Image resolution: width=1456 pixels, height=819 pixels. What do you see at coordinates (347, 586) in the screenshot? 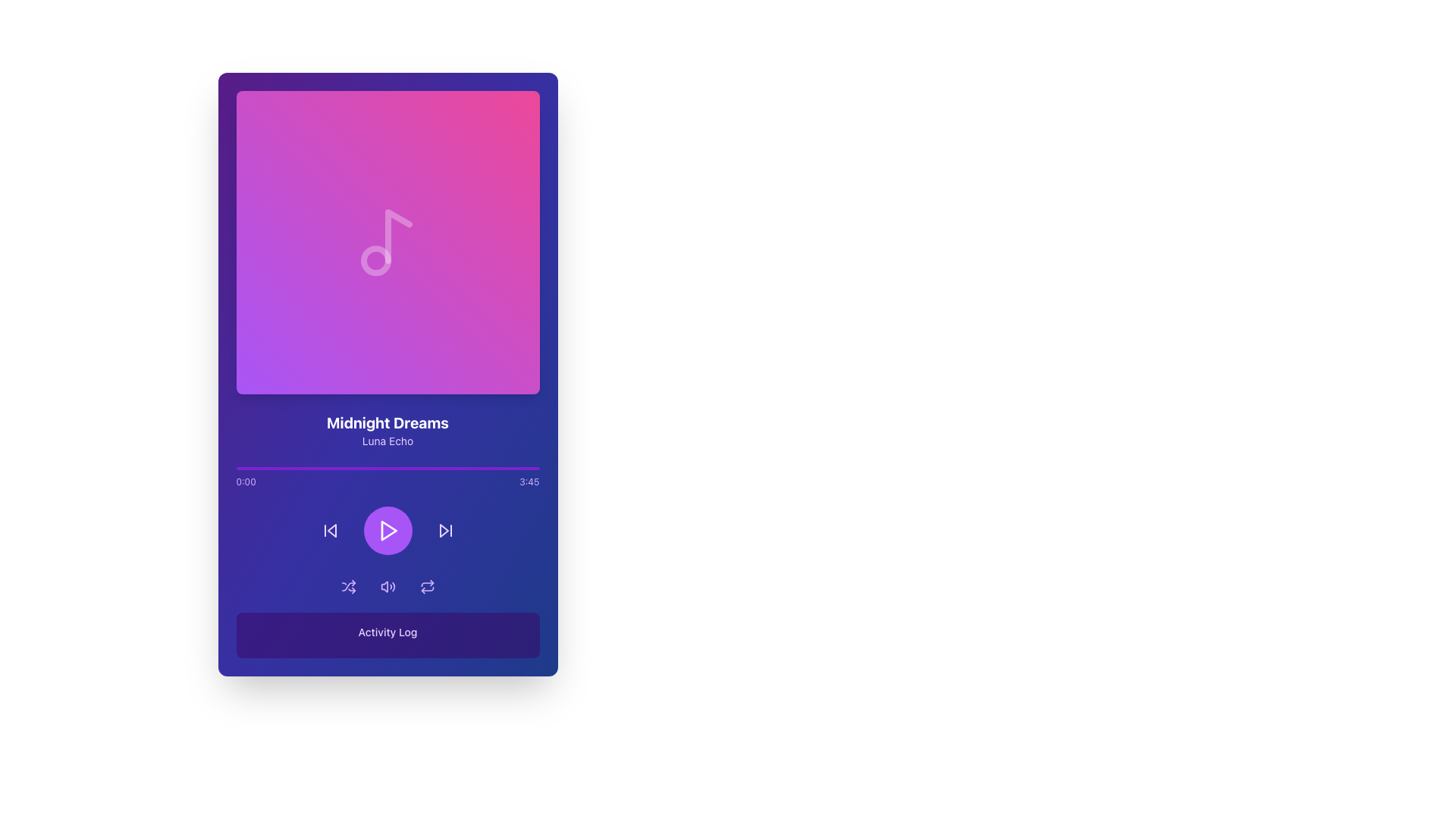
I see `the shuffle toggle button located below the playback control buttons, to the left of the volume control icon, and right-aligned relative to the repeat function icon` at bounding box center [347, 586].